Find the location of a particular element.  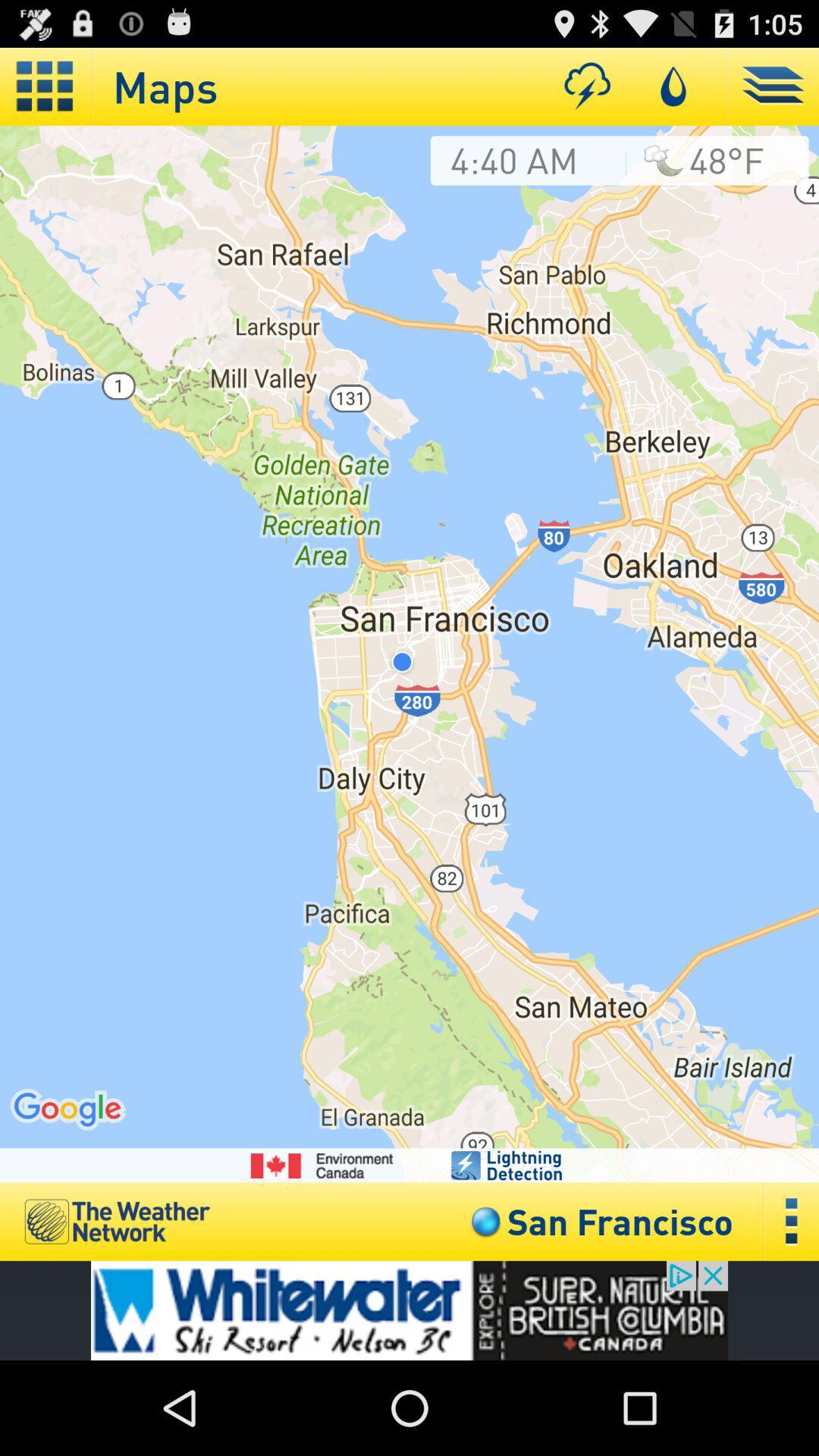

settings option is located at coordinates (791, 1222).